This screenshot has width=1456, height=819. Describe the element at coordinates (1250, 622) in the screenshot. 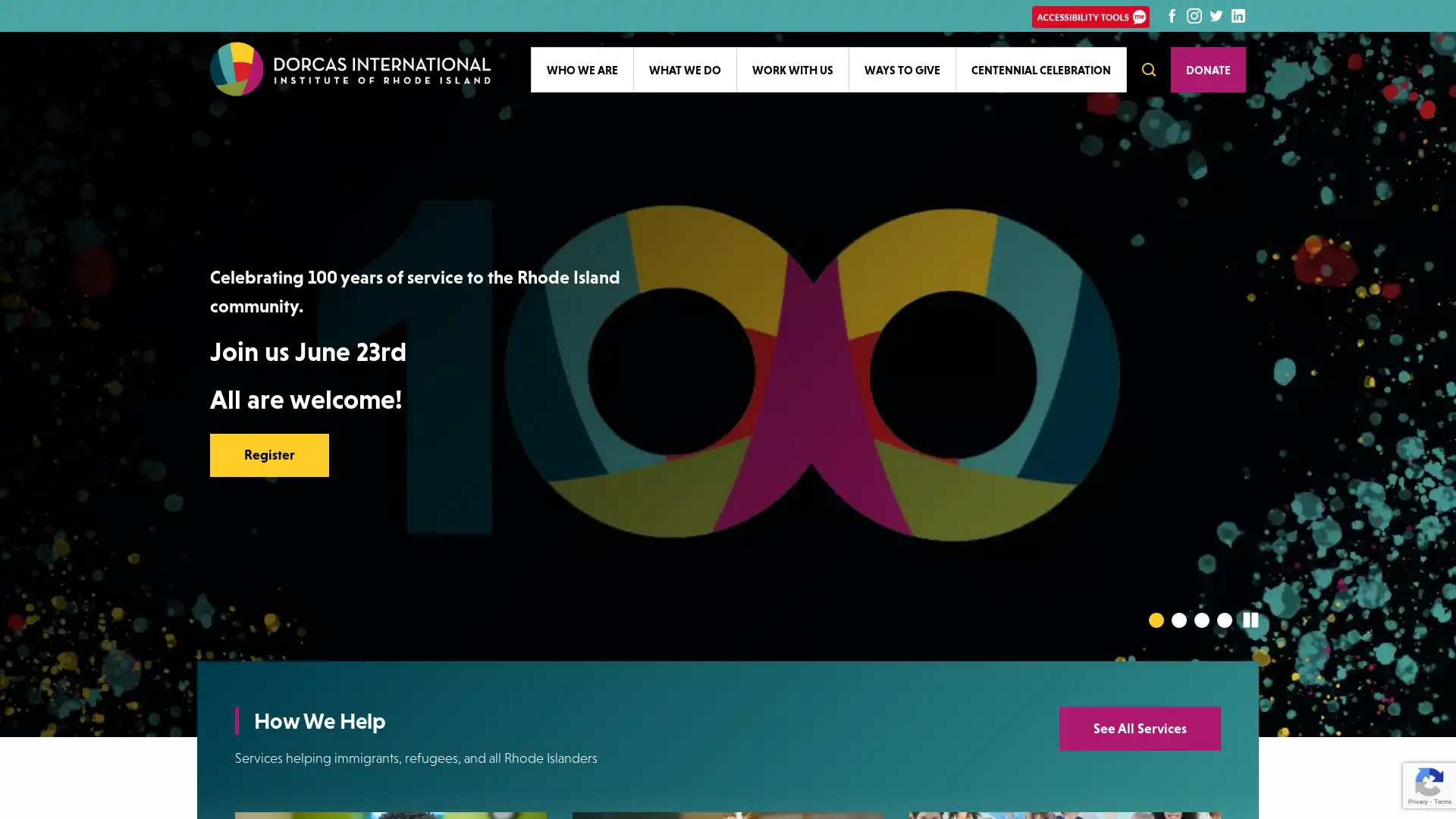

I see `Pause` at that location.